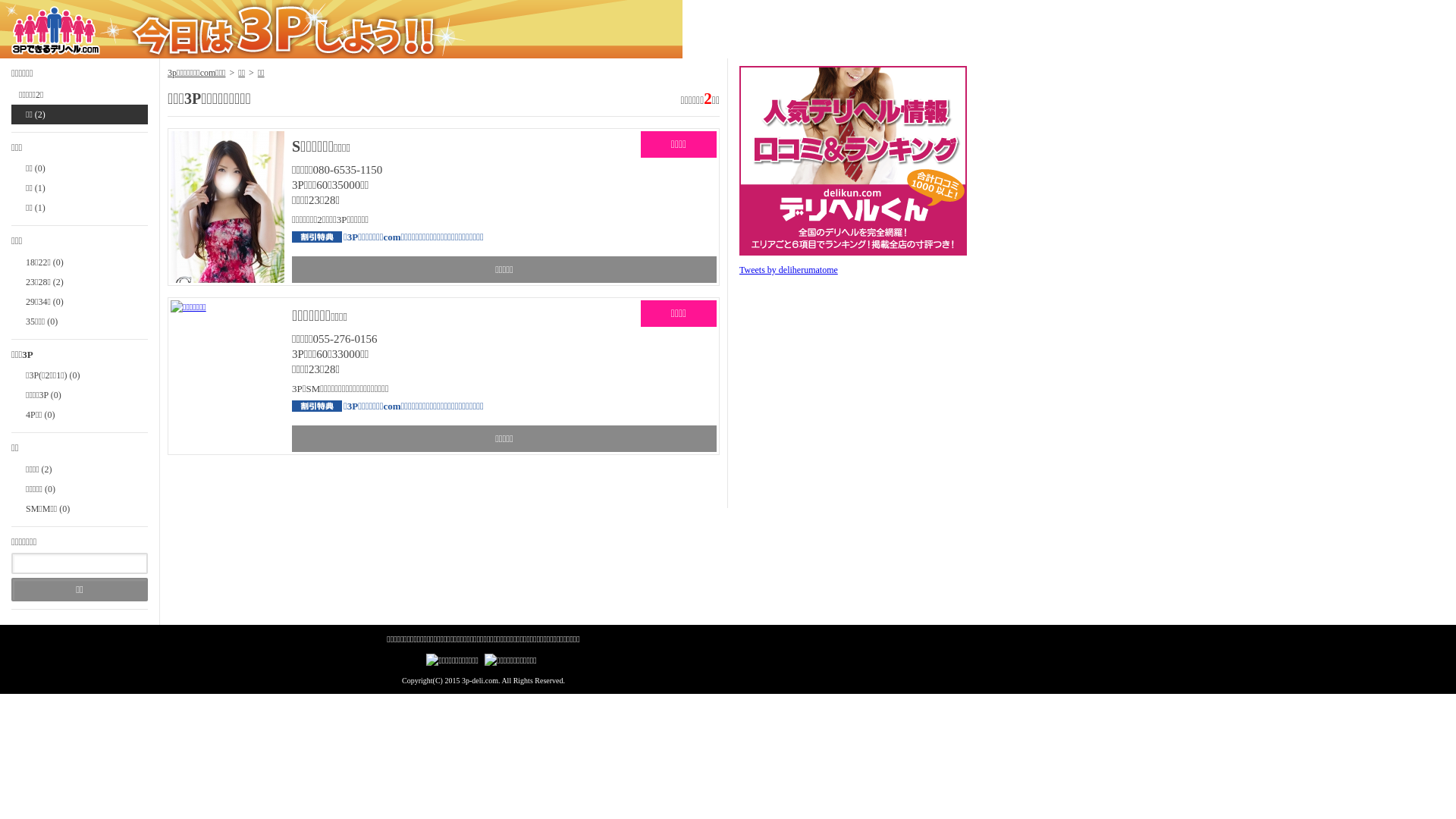 This screenshot has height=819, width=1456. What do you see at coordinates (789, 268) in the screenshot?
I see `'Tweets by deliherumatome'` at bounding box center [789, 268].